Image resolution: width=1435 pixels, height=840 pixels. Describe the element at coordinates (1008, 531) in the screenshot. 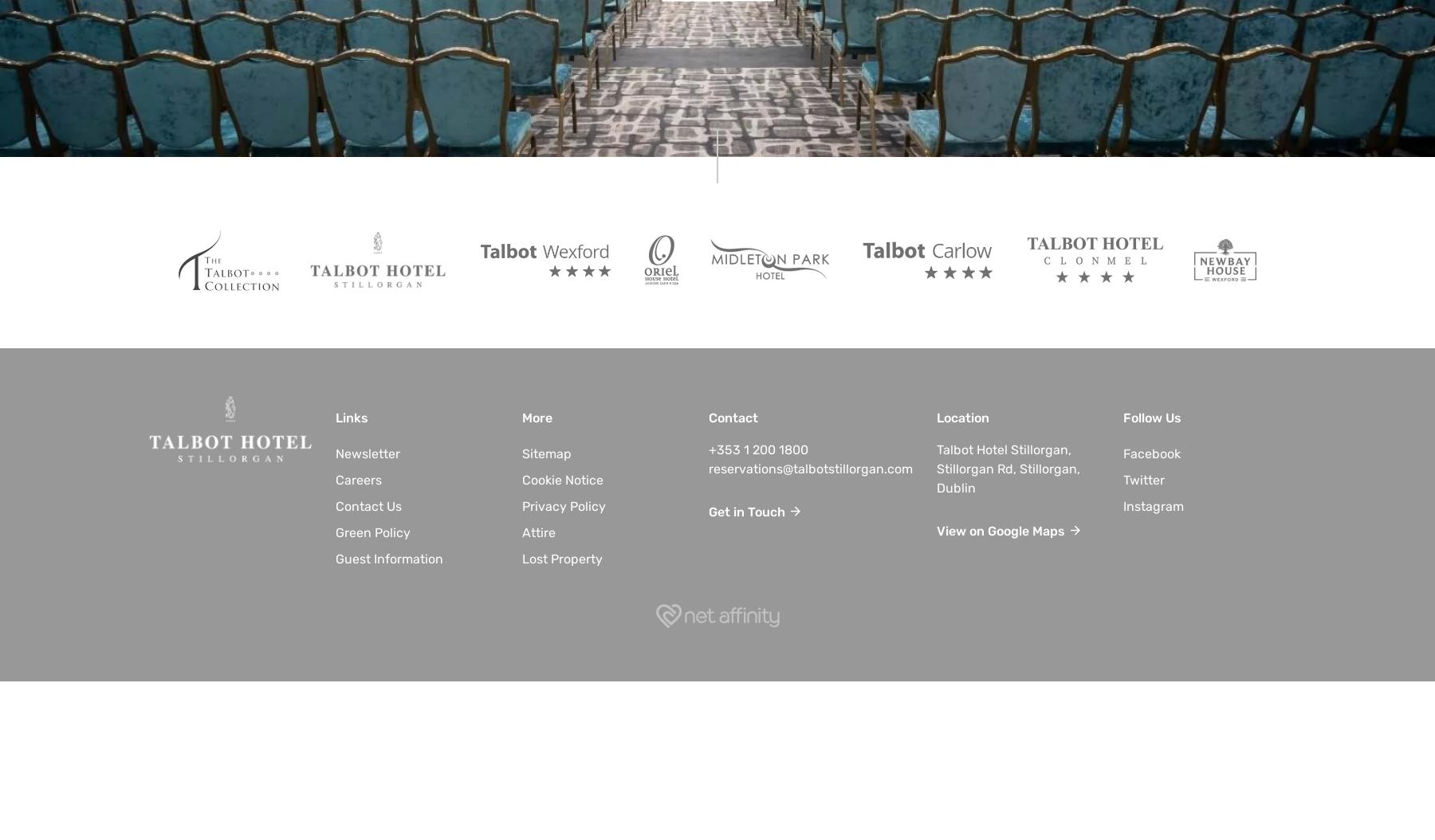

I see `'Google'` at that location.